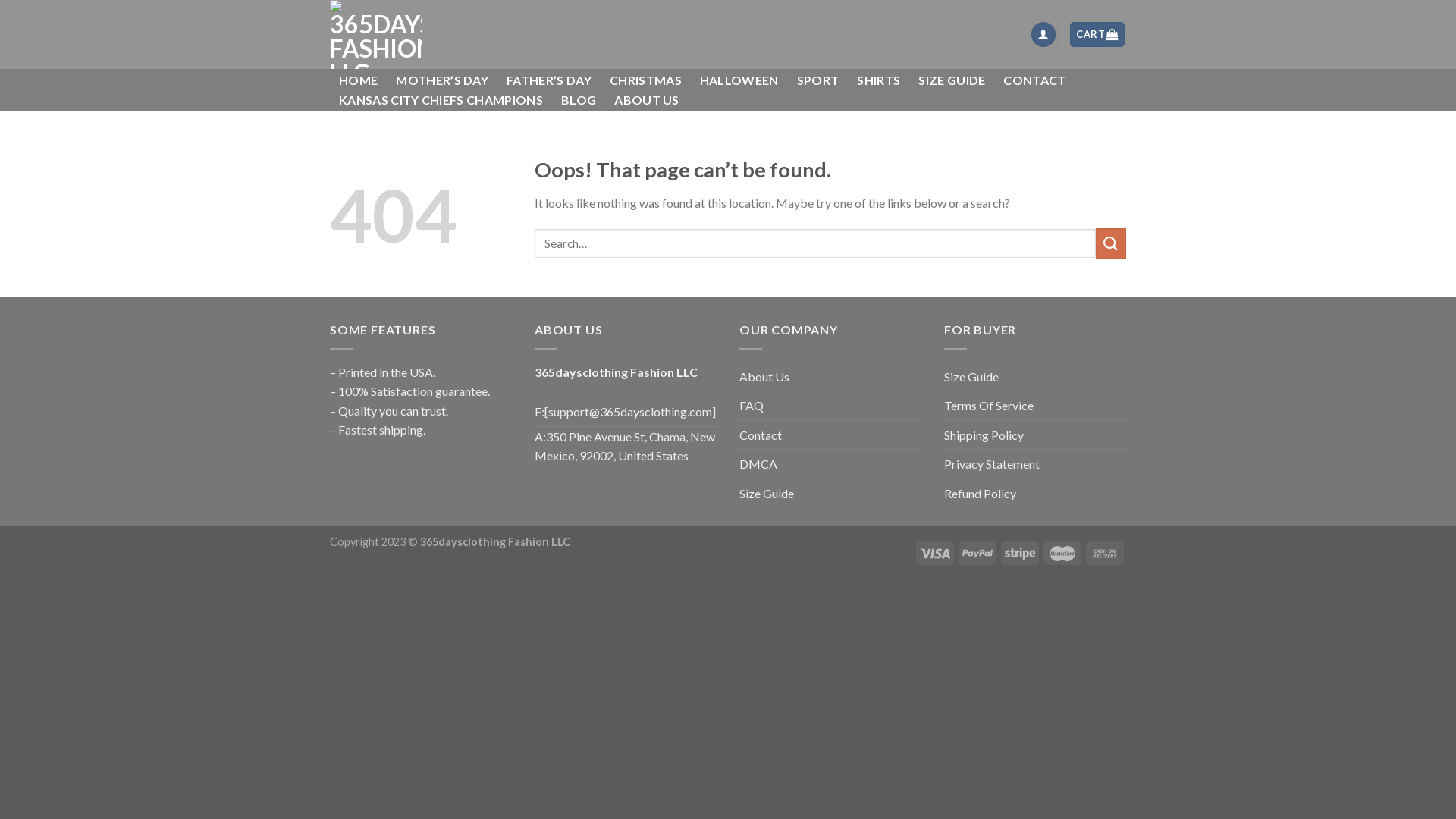 This screenshot has height=819, width=1456. I want to click on 'Shipping Policy', so click(984, 435).